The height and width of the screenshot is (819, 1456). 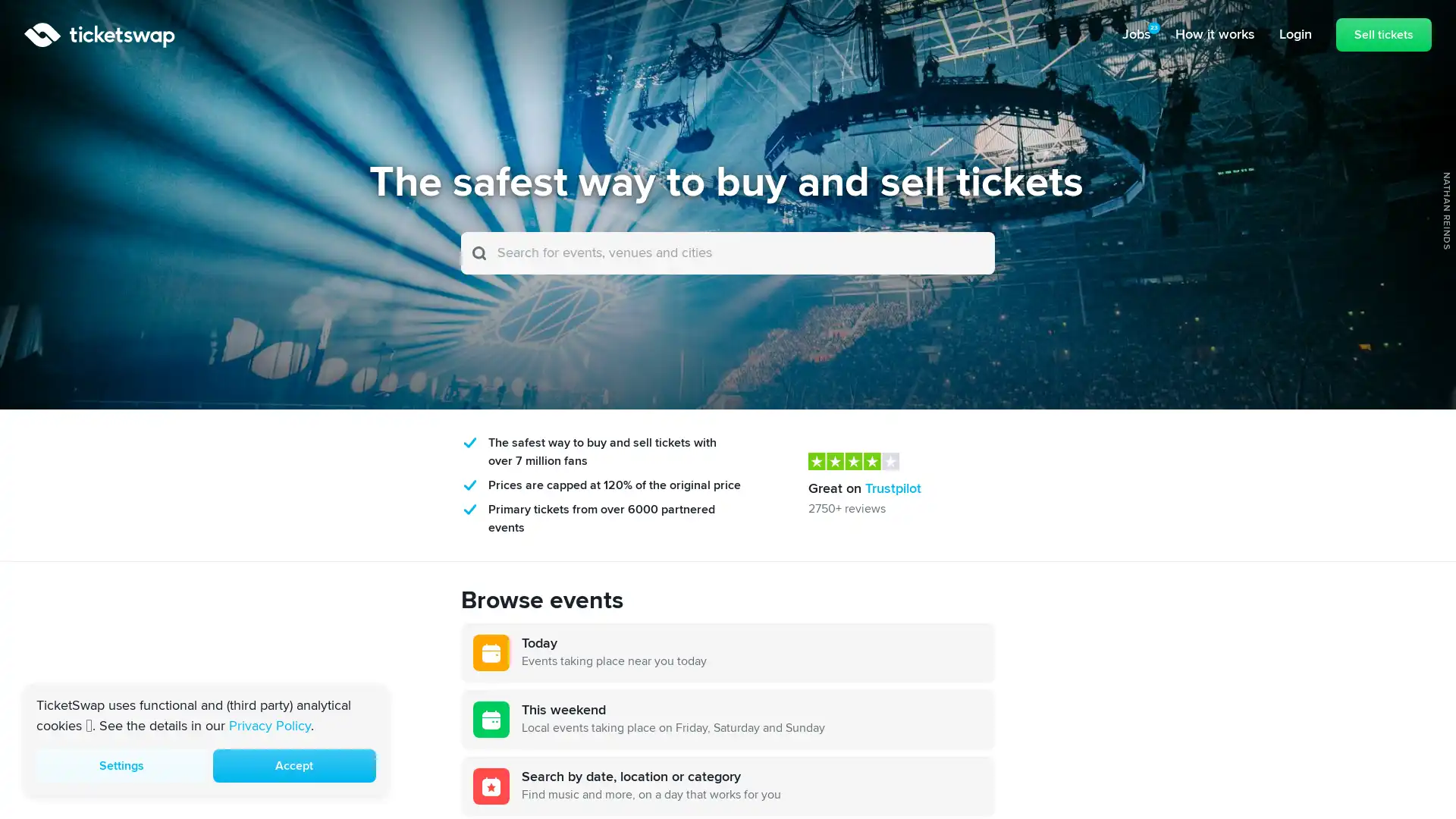 I want to click on Accept, so click(x=294, y=766).